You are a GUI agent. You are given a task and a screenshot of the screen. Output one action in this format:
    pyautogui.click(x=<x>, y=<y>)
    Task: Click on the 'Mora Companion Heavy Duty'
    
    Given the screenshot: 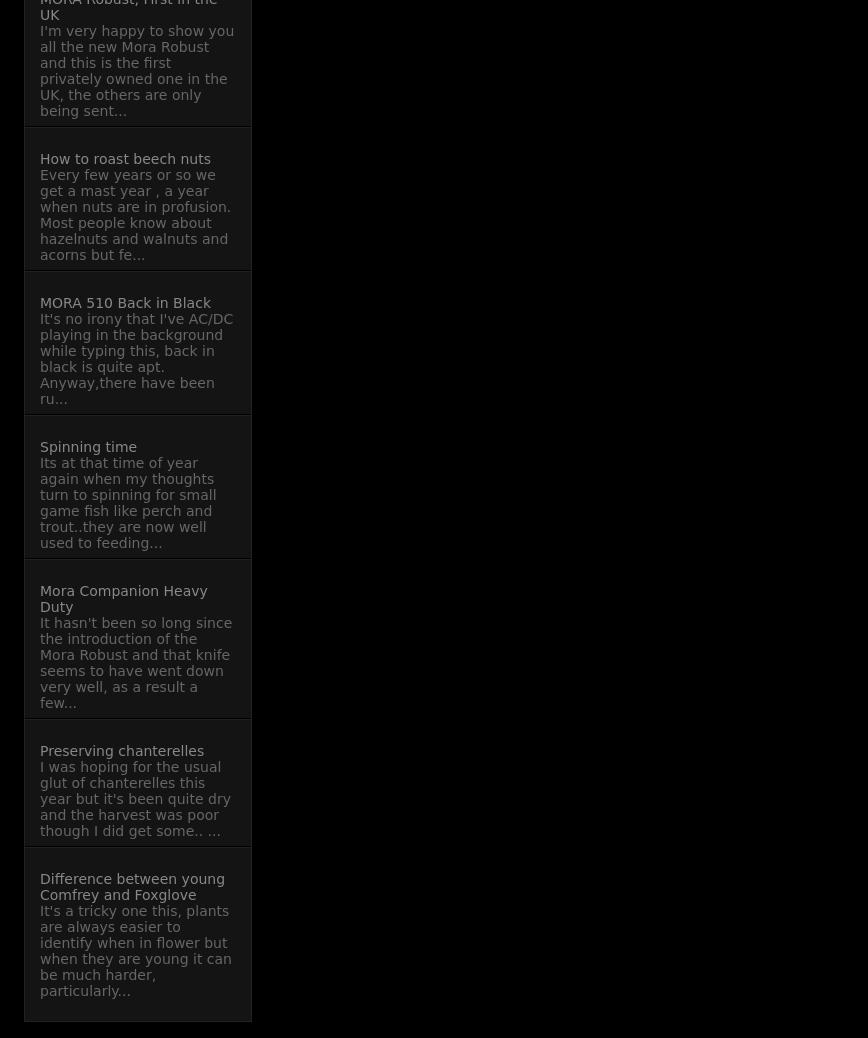 What is the action you would take?
    pyautogui.click(x=40, y=598)
    